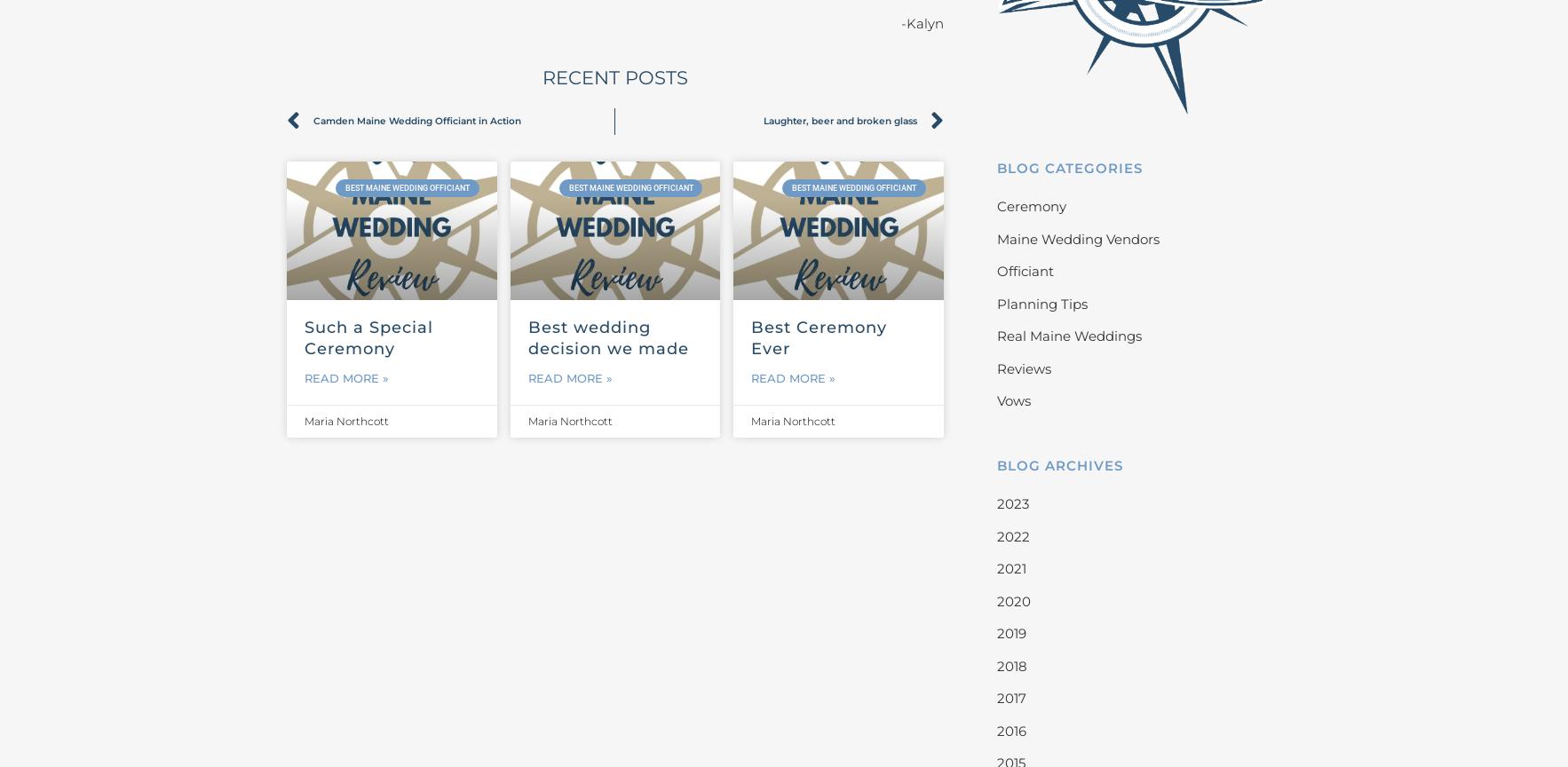 This screenshot has height=767, width=1568. What do you see at coordinates (1010, 665) in the screenshot?
I see `'2018'` at bounding box center [1010, 665].